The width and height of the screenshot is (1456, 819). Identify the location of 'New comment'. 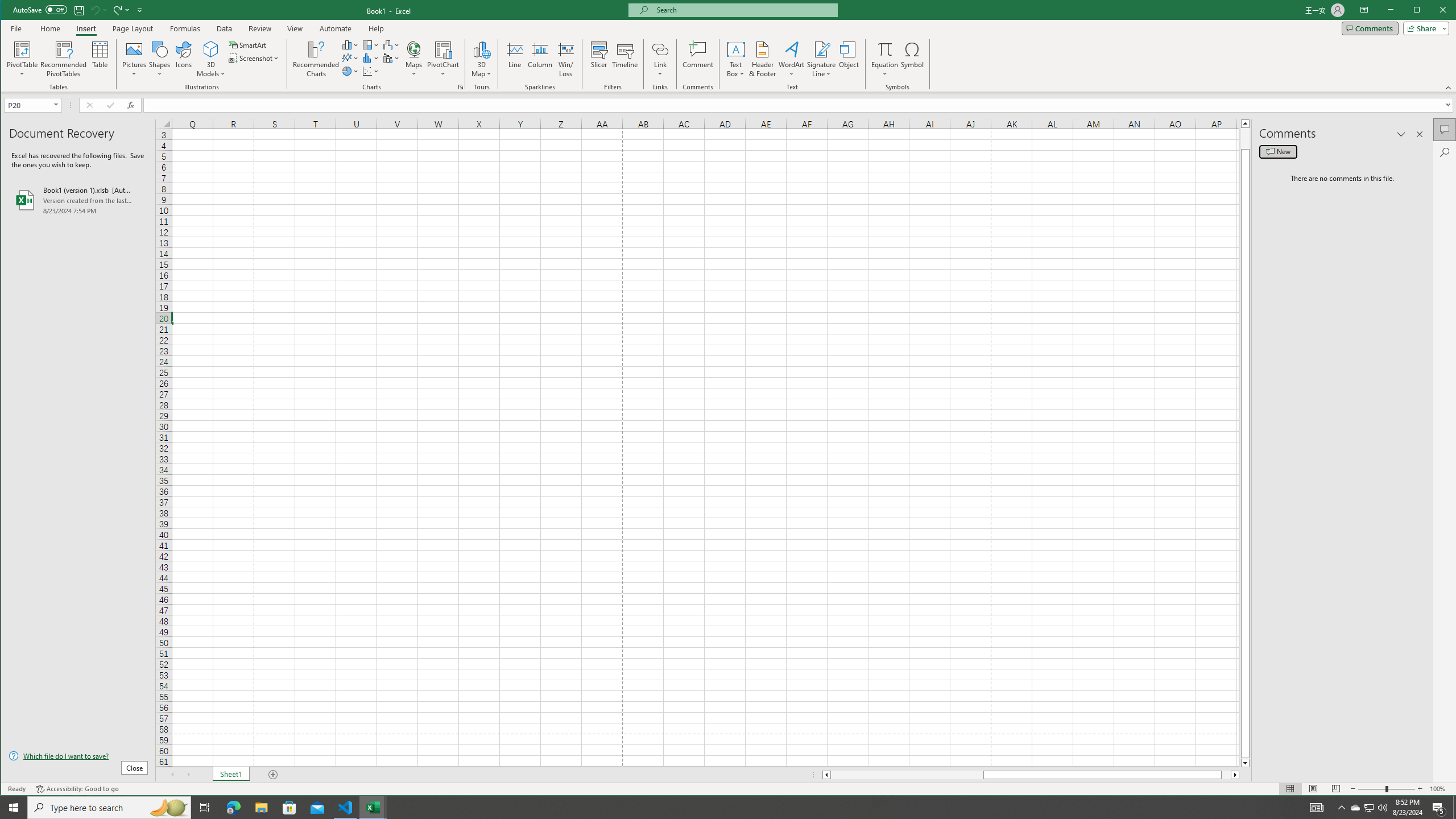
(1277, 152).